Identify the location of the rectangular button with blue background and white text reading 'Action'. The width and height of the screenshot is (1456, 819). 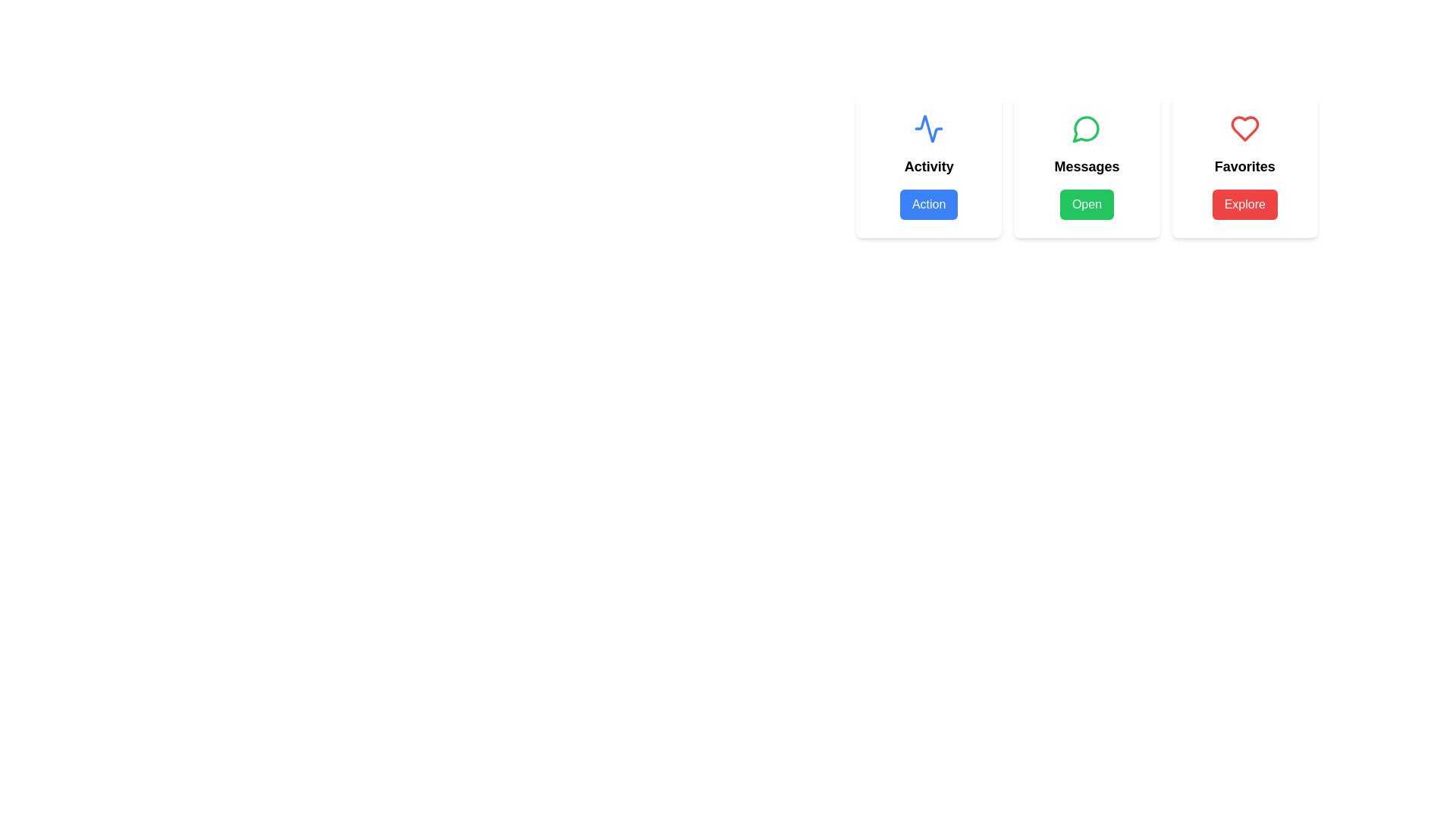
(928, 205).